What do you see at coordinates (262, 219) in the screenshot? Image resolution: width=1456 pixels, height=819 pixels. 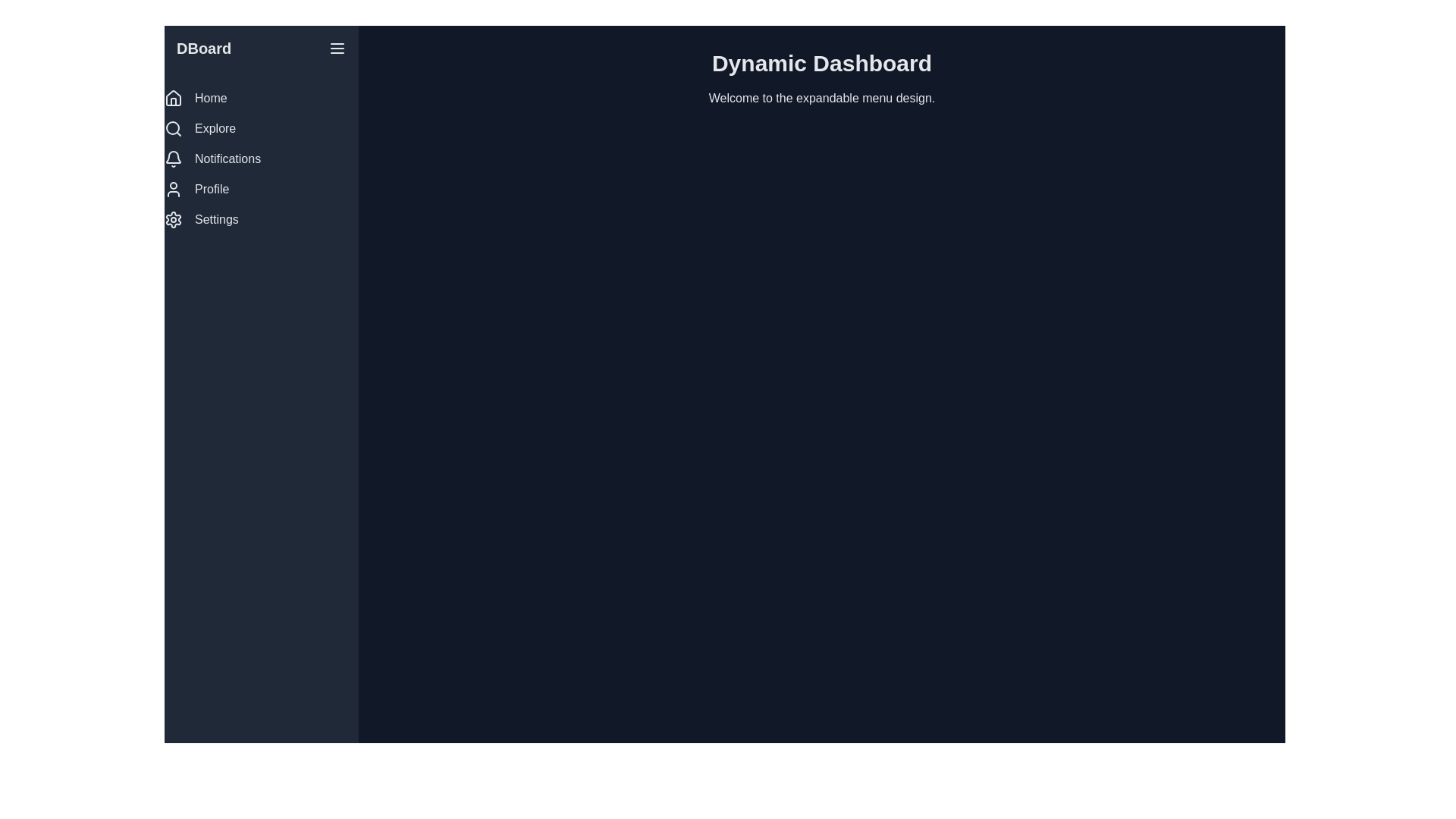 I see `the 'Settings' button in the navigation menu` at bounding box center [262, 219].